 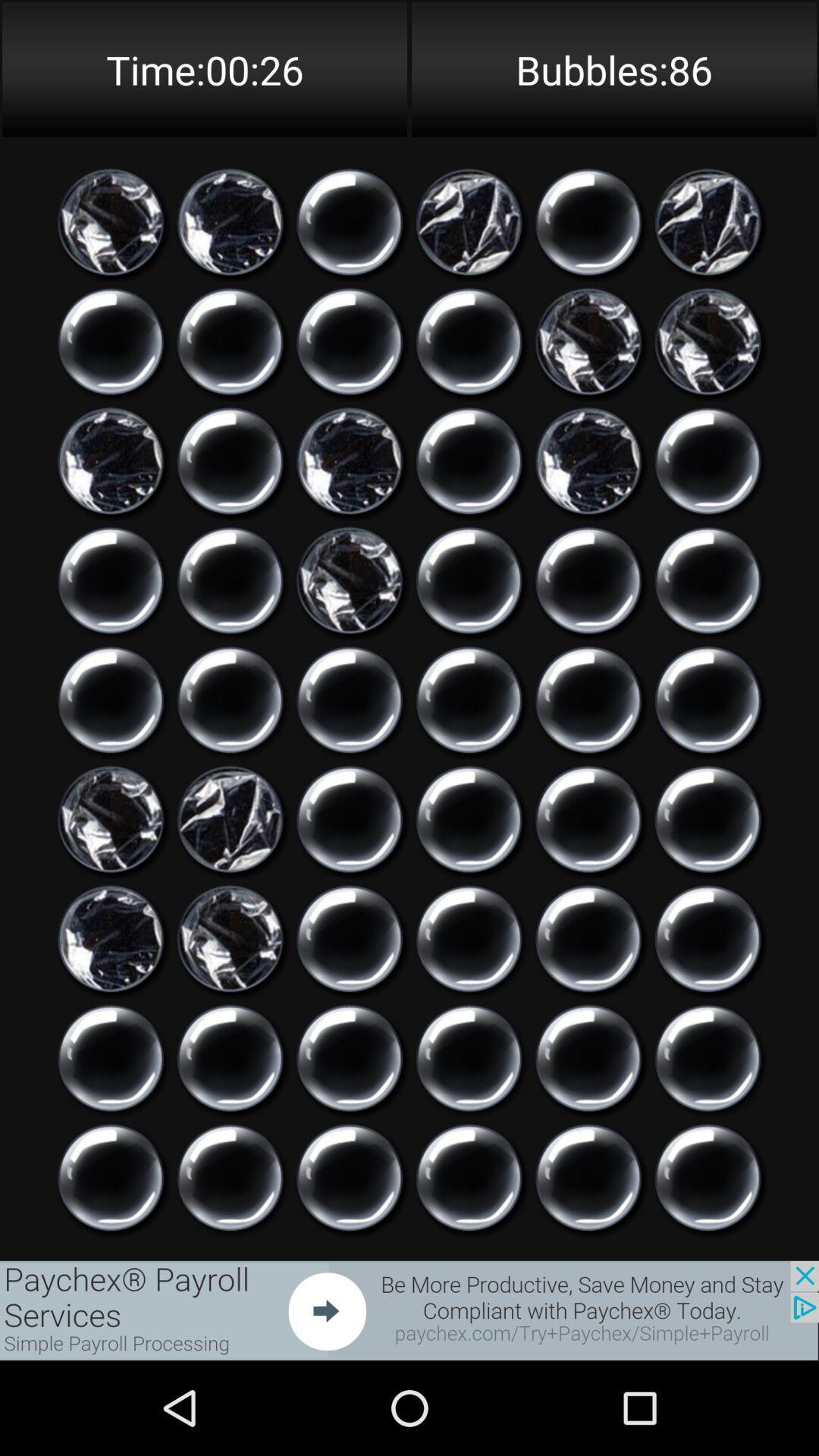 What do you see at coordinates (468, 699) in the screenshot?
I see `pop this bubble` at bounding box center [468, 699].